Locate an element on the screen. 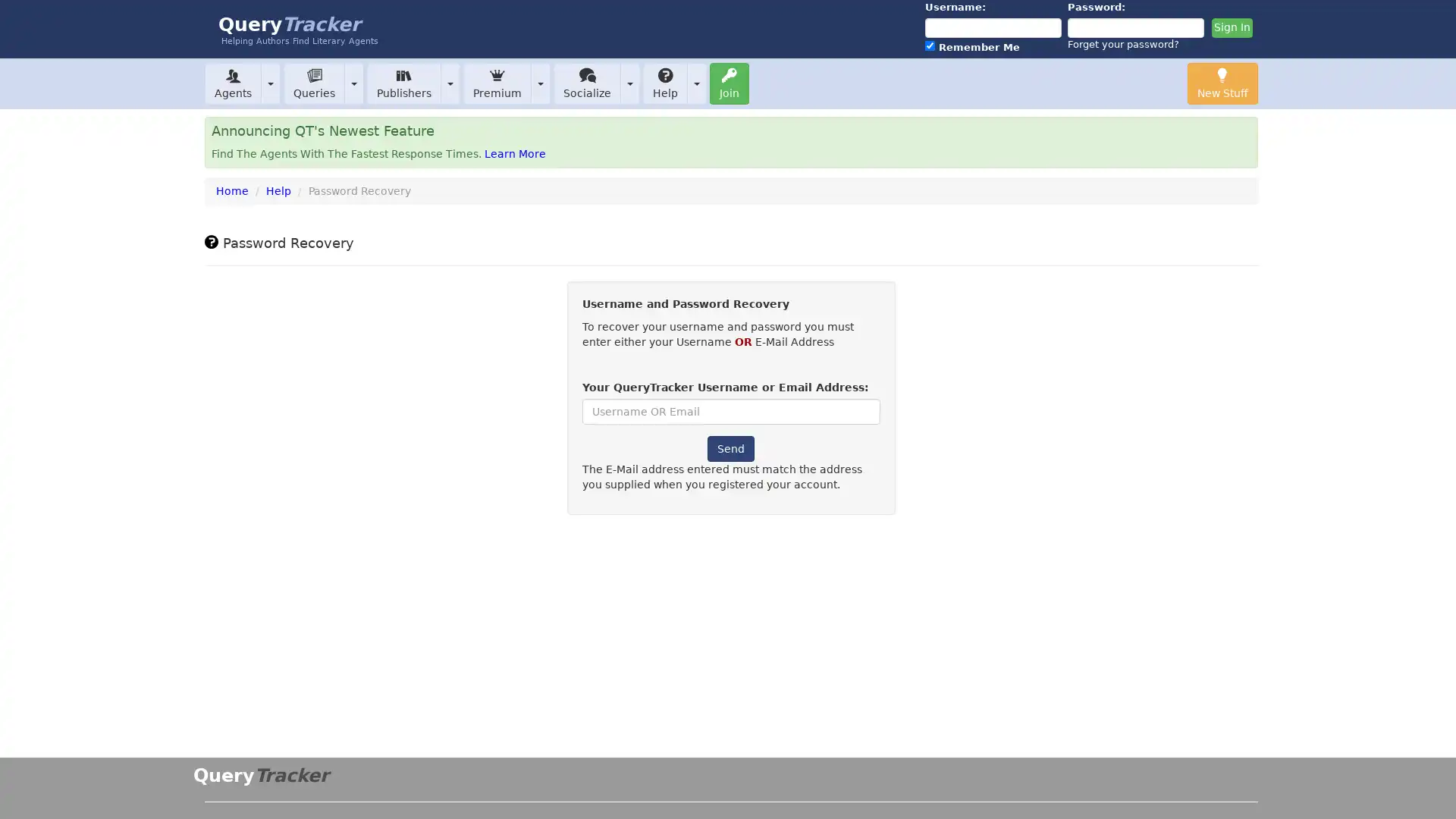 The width and height of the screenshot is (1456, 819). Toggle Dropdown is located at coordinates (450, 83).